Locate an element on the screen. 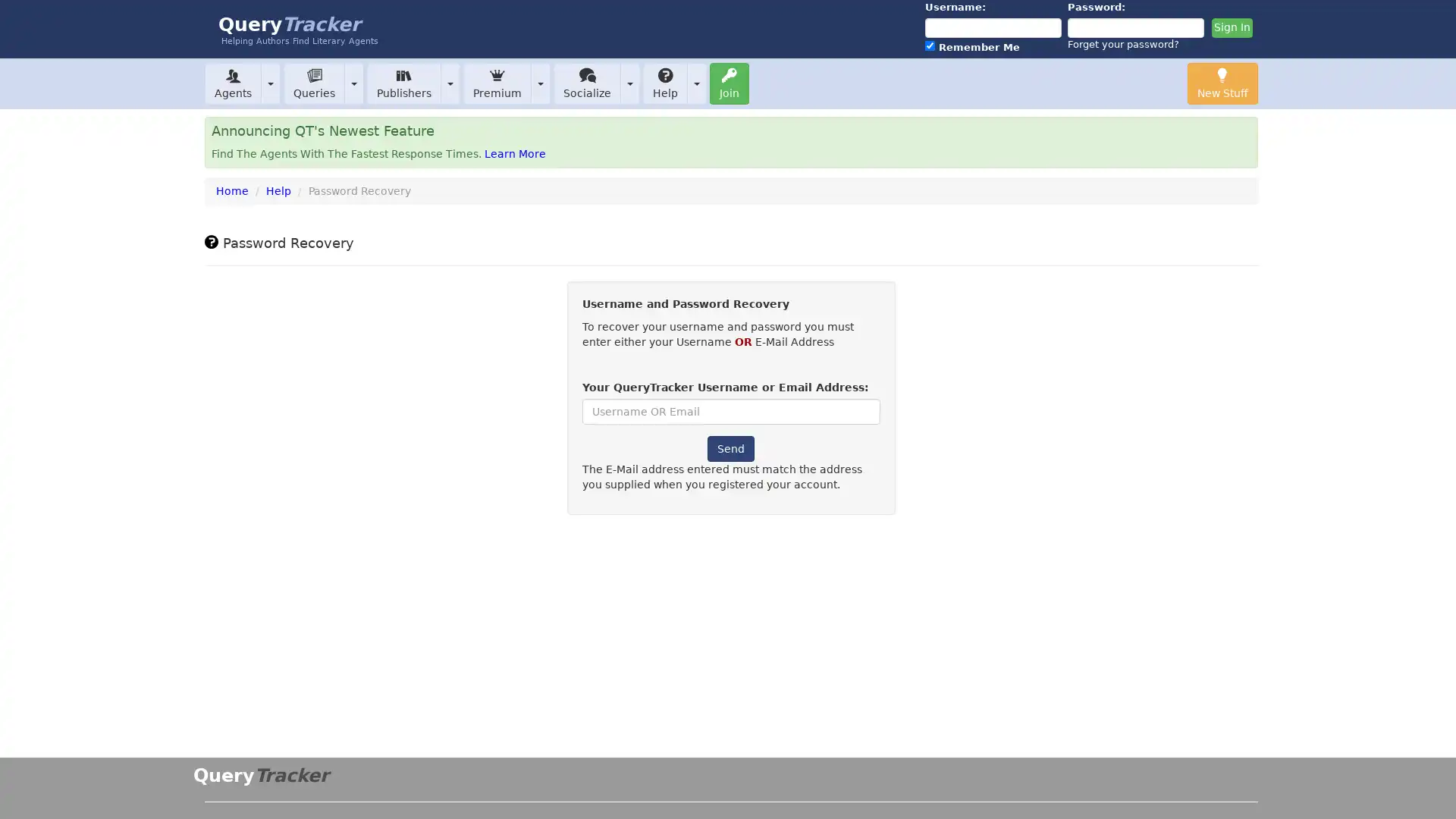 The width and height of the screenshot is (1456, 819). Toggle Dropdown is located at coordinates (450, 83).